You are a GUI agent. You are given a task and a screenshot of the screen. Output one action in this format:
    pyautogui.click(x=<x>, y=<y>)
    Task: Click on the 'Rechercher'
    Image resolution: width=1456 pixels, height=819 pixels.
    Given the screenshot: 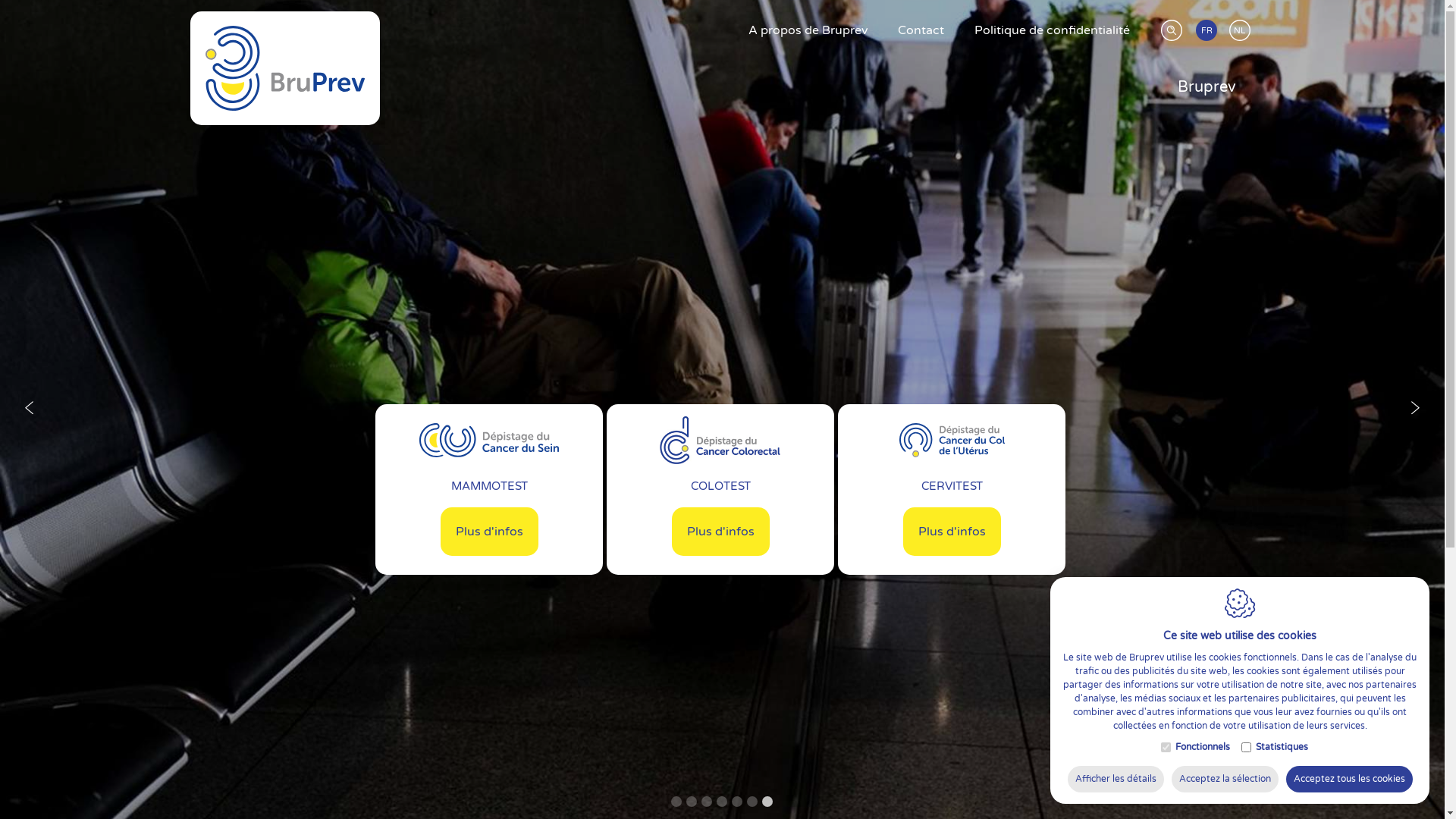 What is the action you would take?
    pyautogui.click(x=1165, y=28)
    